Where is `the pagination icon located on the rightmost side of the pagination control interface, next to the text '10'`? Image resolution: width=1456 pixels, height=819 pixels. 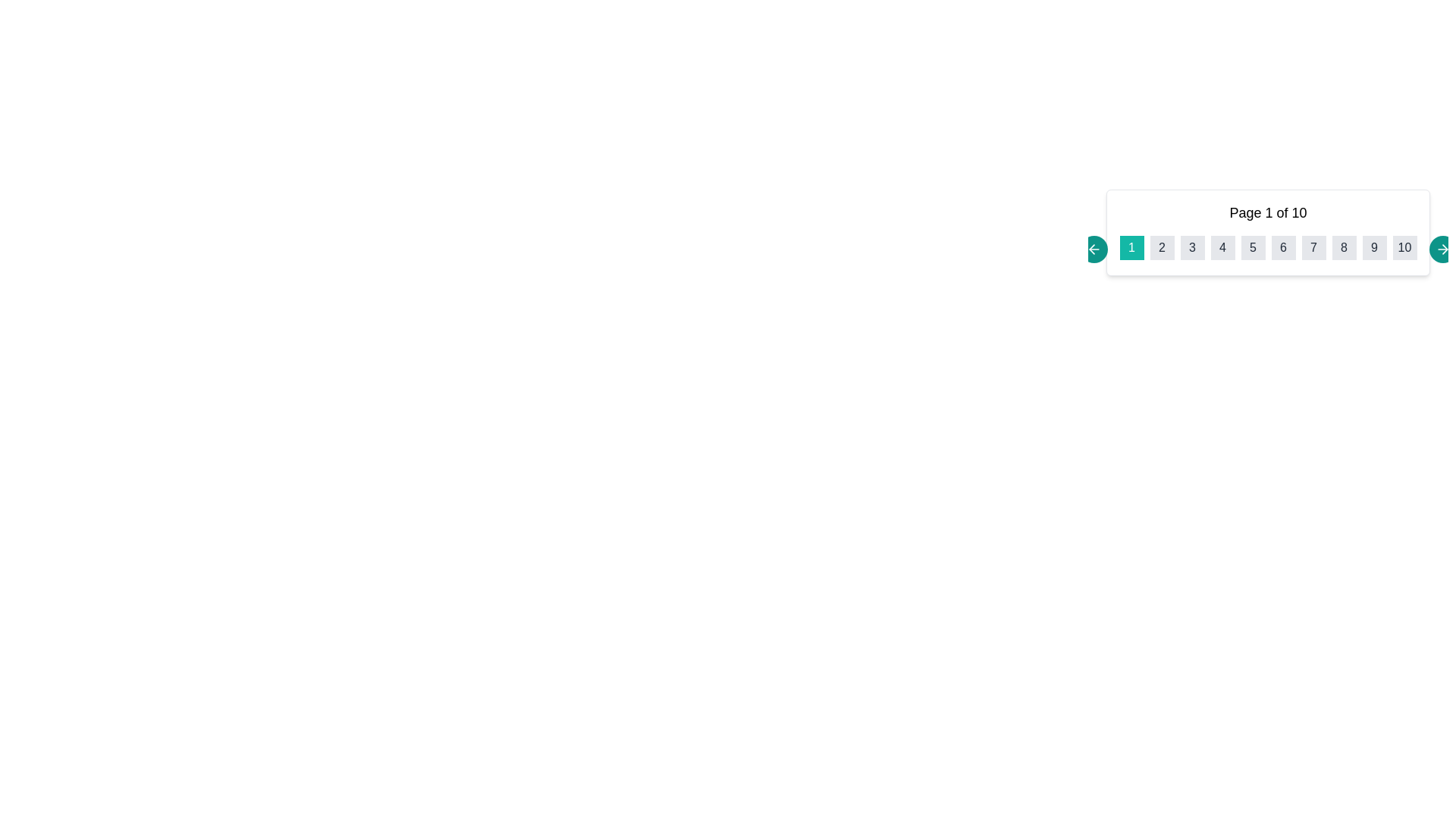
the pagination icon located on the rightmost side of the pagination control interface, next to the text '10' is located at coordinates (1444, 248).